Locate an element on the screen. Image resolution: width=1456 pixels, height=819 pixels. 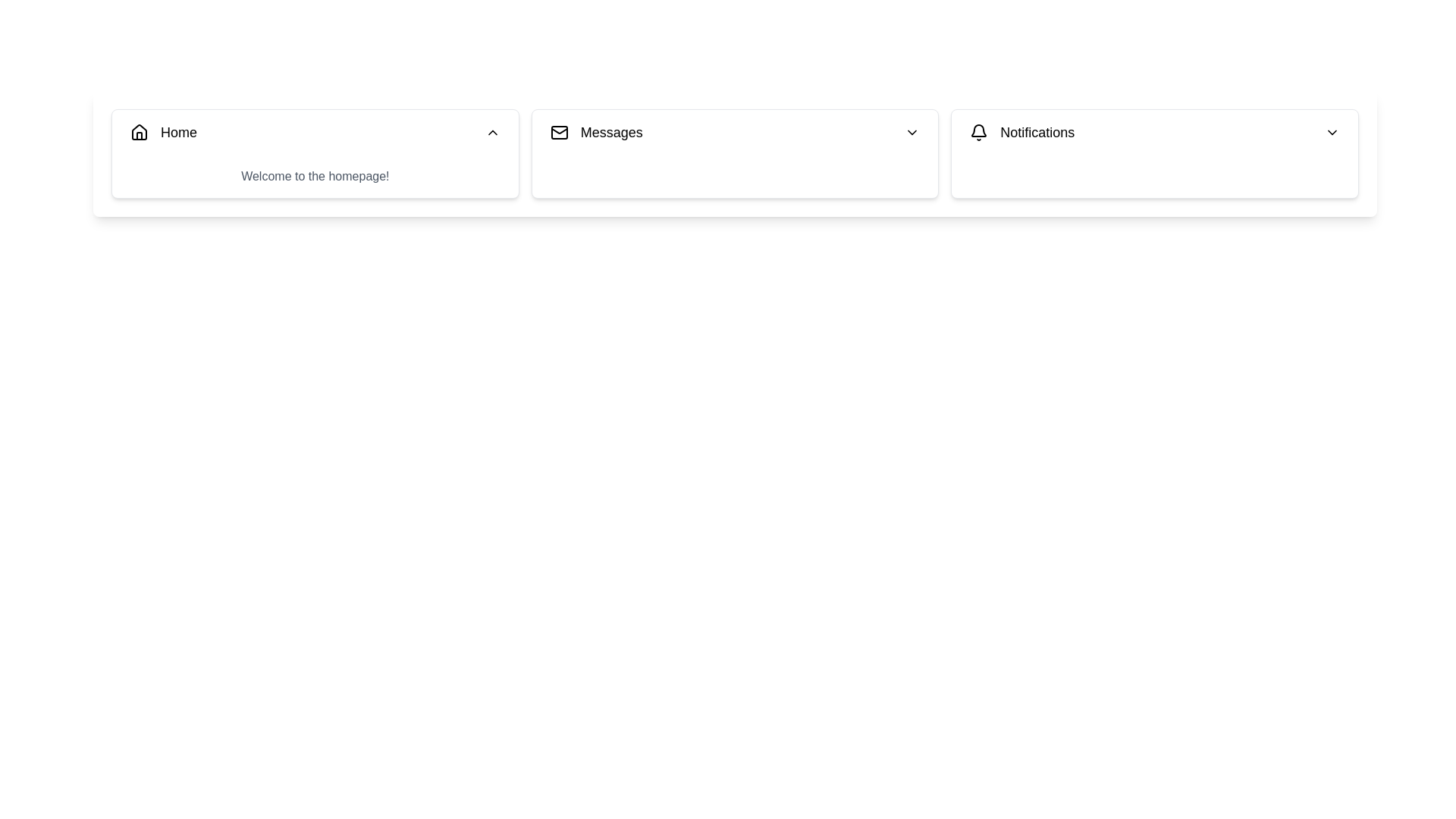
the outlined bell icon representing notifications, which is positioned to the left of the text 'Notifications' in the notification panel located at the top right corner is located at coordinates (979, 131).